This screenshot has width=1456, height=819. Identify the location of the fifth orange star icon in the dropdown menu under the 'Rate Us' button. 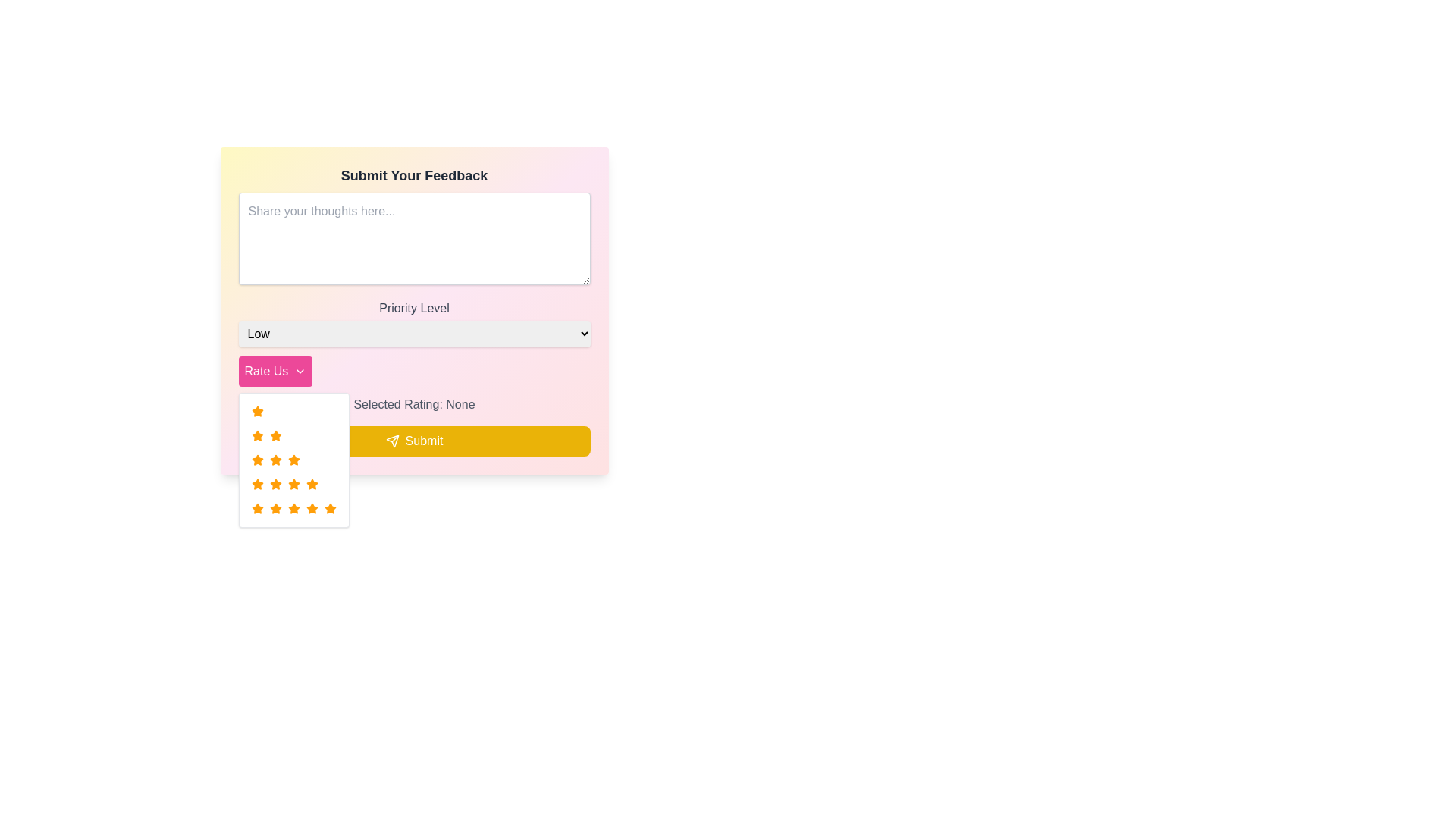
(293, 509).